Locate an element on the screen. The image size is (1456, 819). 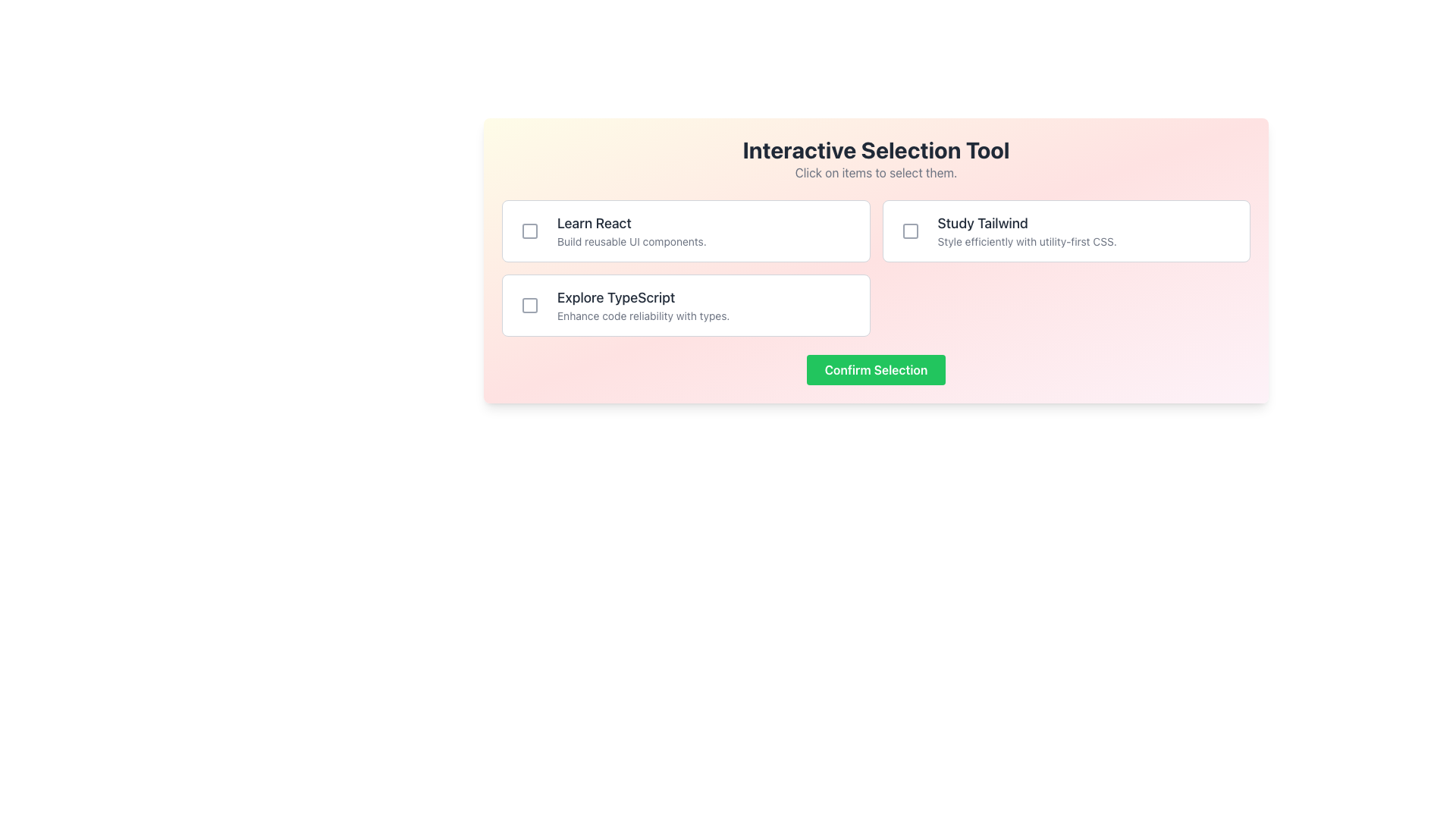
the interactive checkbox located to the left of the 'Study Tailwind' button for feedback is located at coordinates (910, 231).